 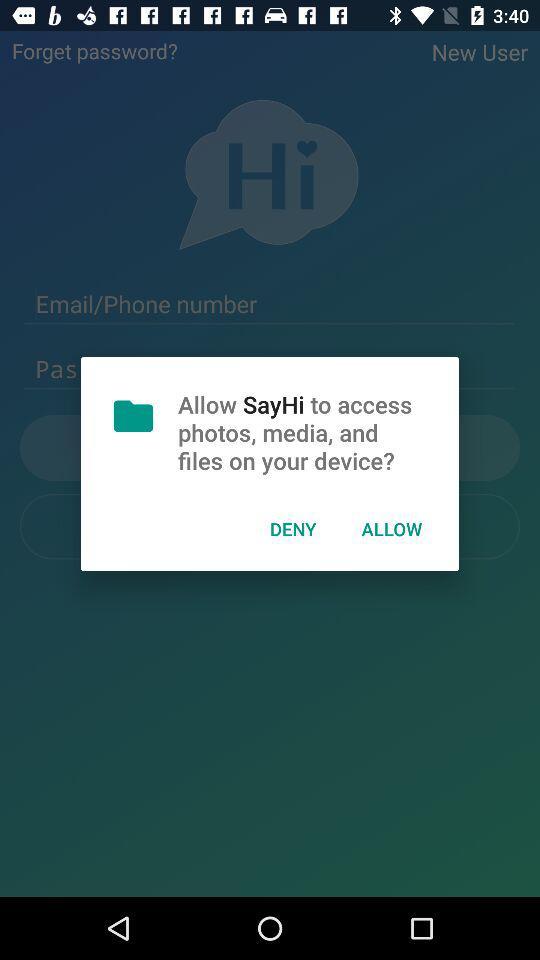 What do you see at coordinates (270, 304) in the screenshot?
I see `the text area which says emailphone number` at bounding box center [270, 304].